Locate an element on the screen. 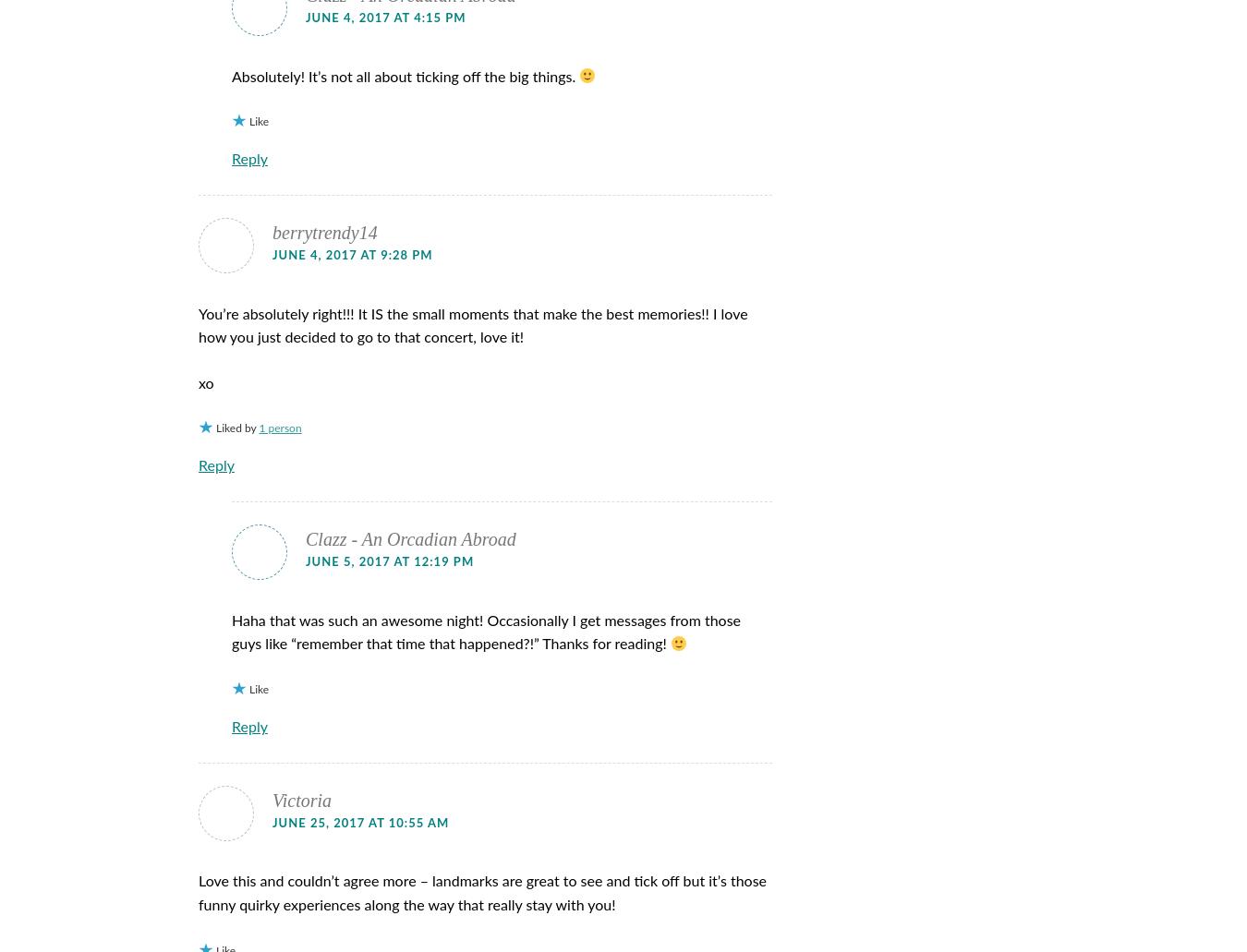  'June 4, 2017 at 9:28 pm' is located at coordinates (352, 255).